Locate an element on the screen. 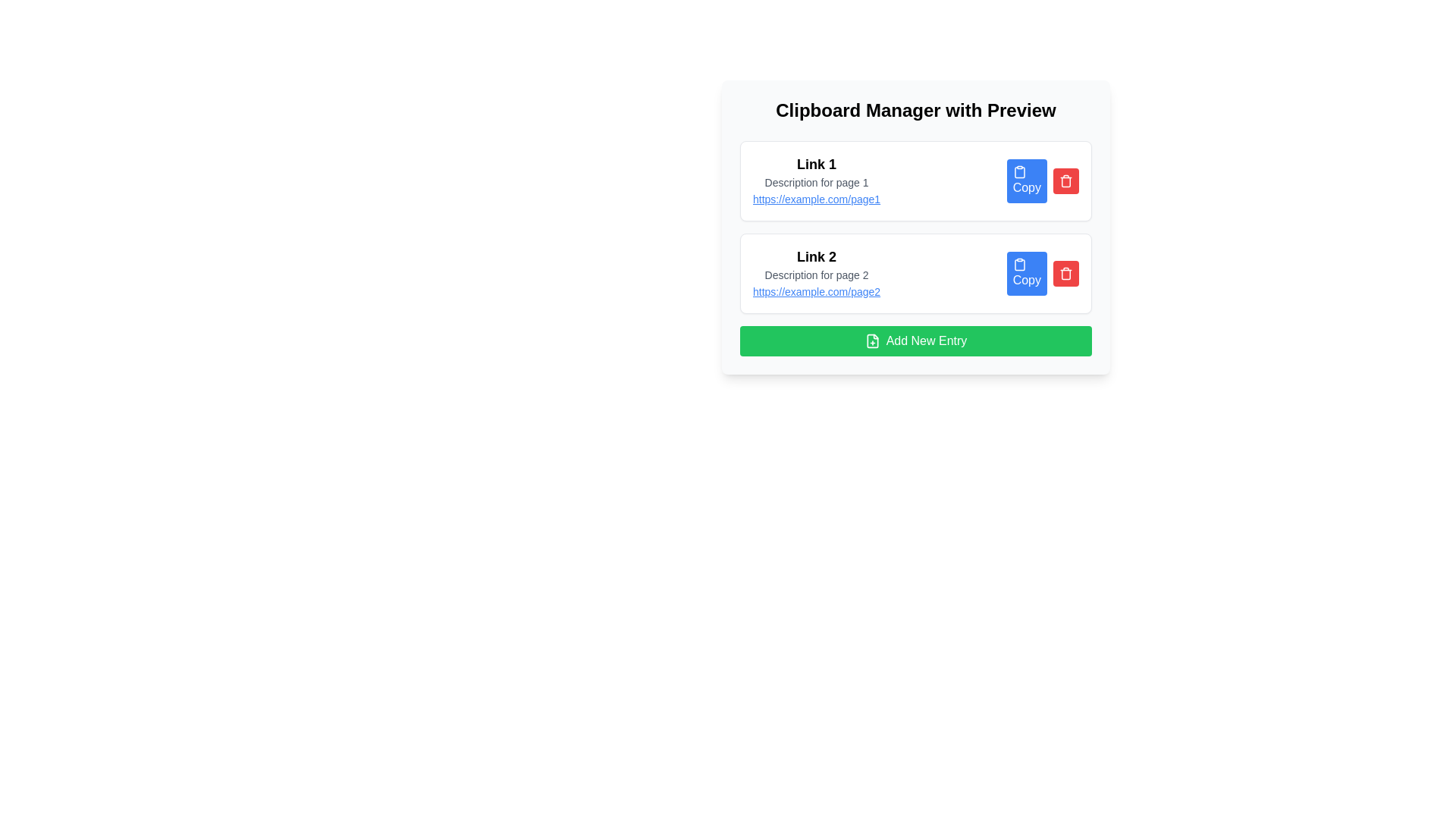 The height and width of the screenshot is (819, 1456). the delete icon button located on the far right of the second item in the vertically stacked list is located at coordinates (1065, 274).